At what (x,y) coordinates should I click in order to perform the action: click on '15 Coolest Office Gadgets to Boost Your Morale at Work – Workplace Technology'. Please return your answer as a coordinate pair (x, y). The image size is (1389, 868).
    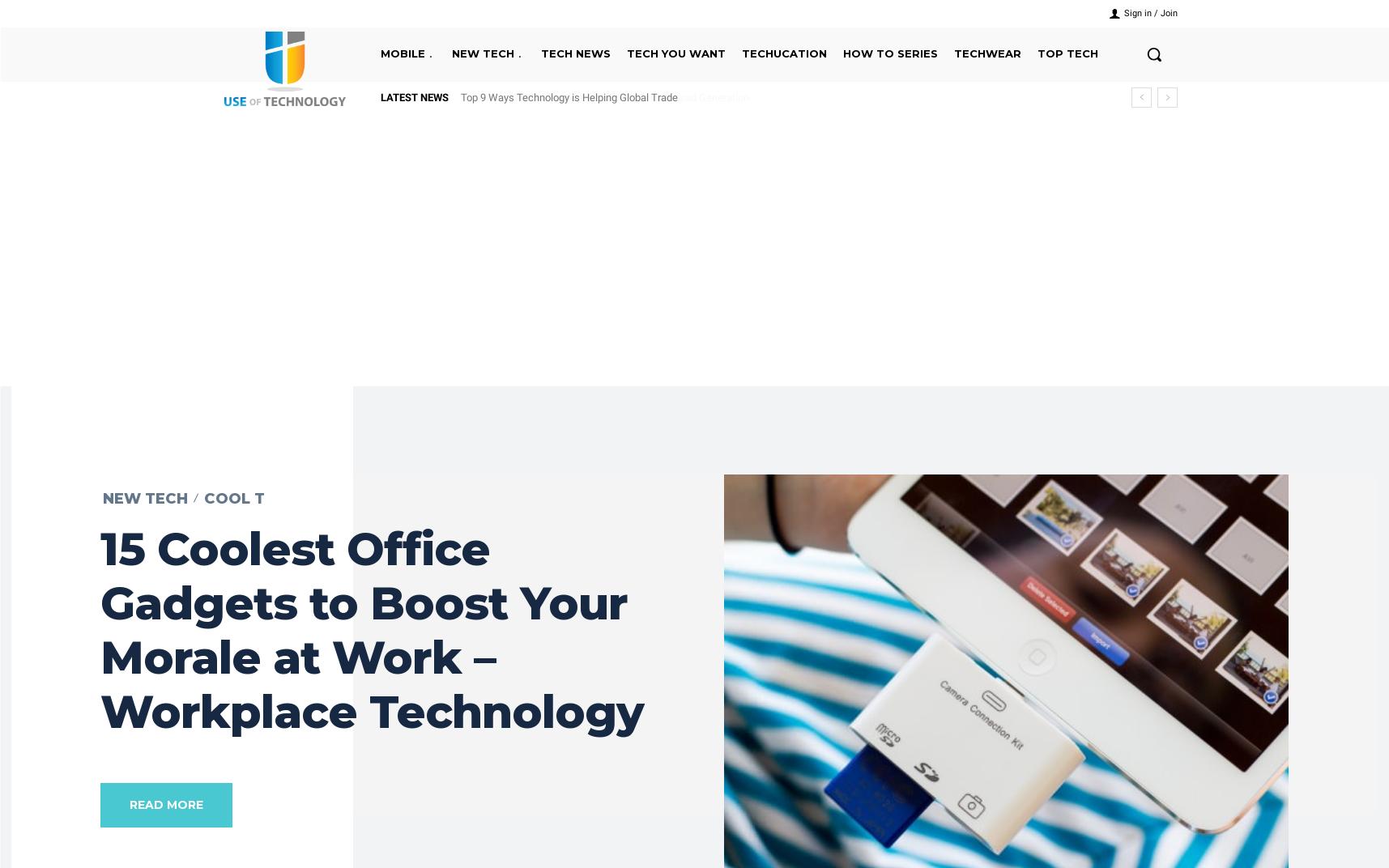
    Looking at the image, I should click on (372, 629).